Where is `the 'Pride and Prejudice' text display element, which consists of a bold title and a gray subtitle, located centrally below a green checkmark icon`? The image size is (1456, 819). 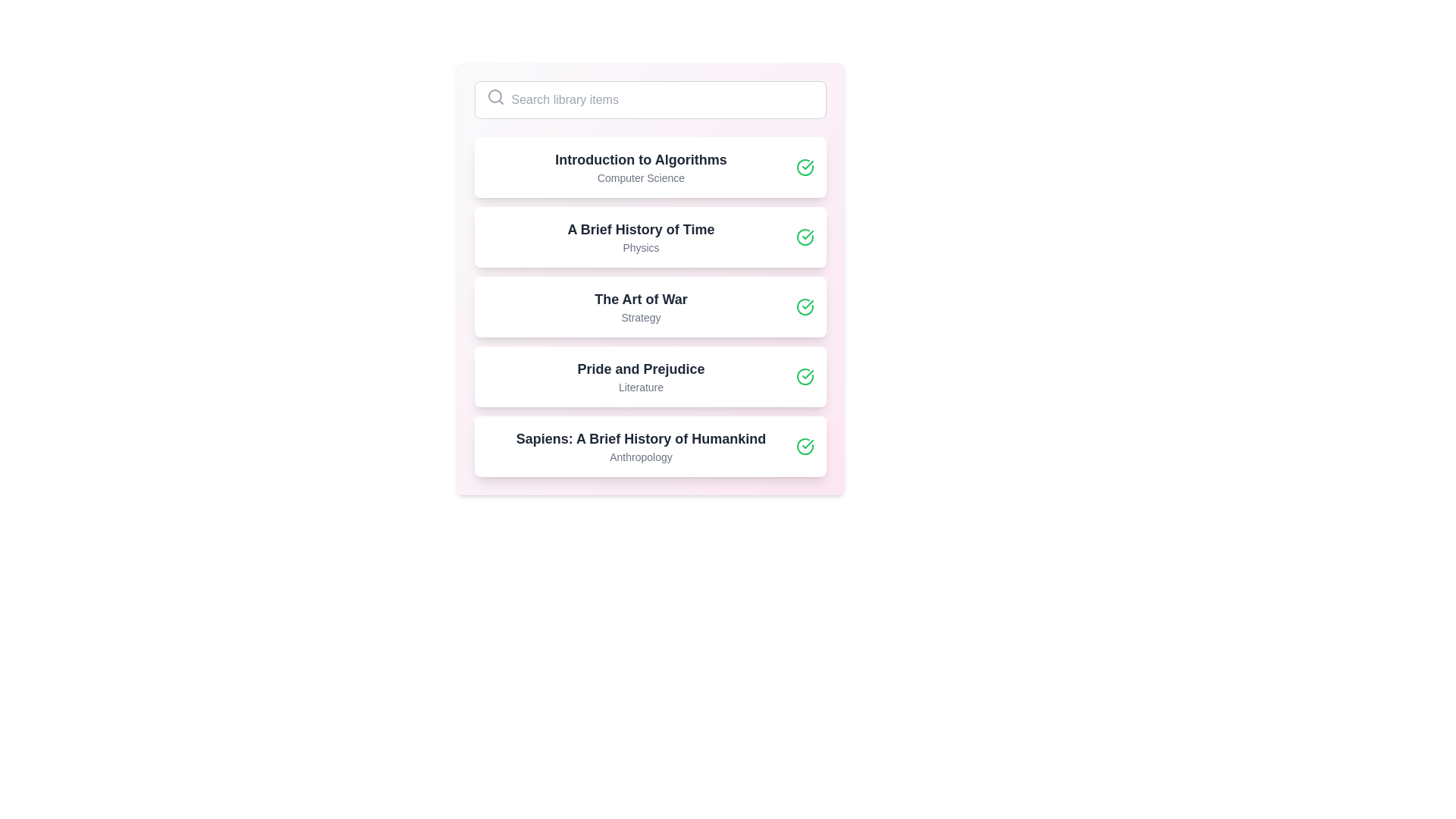 the 'Pride and Prejudice' text display element, which consists of a bold title and a gray subtitle, located centrally below a green checkmark icon is located at coordinates (641, 376).